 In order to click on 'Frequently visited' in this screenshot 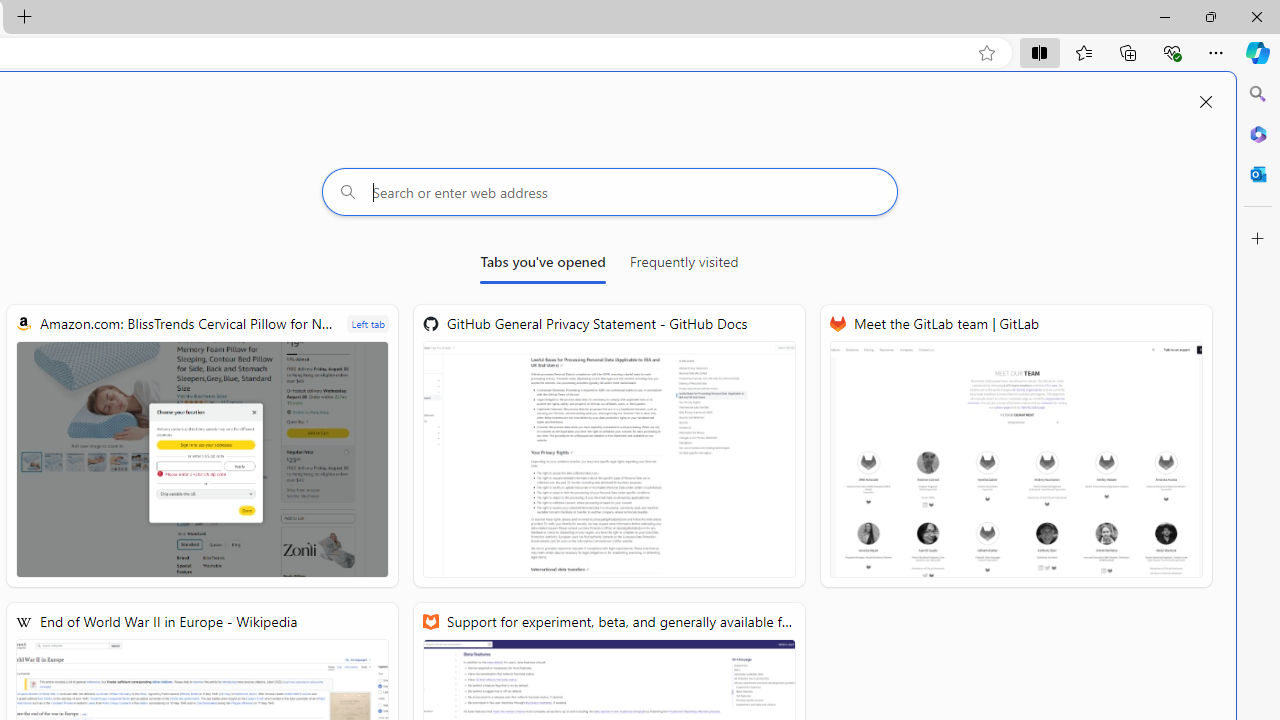, I will do `click(683, 265)`.